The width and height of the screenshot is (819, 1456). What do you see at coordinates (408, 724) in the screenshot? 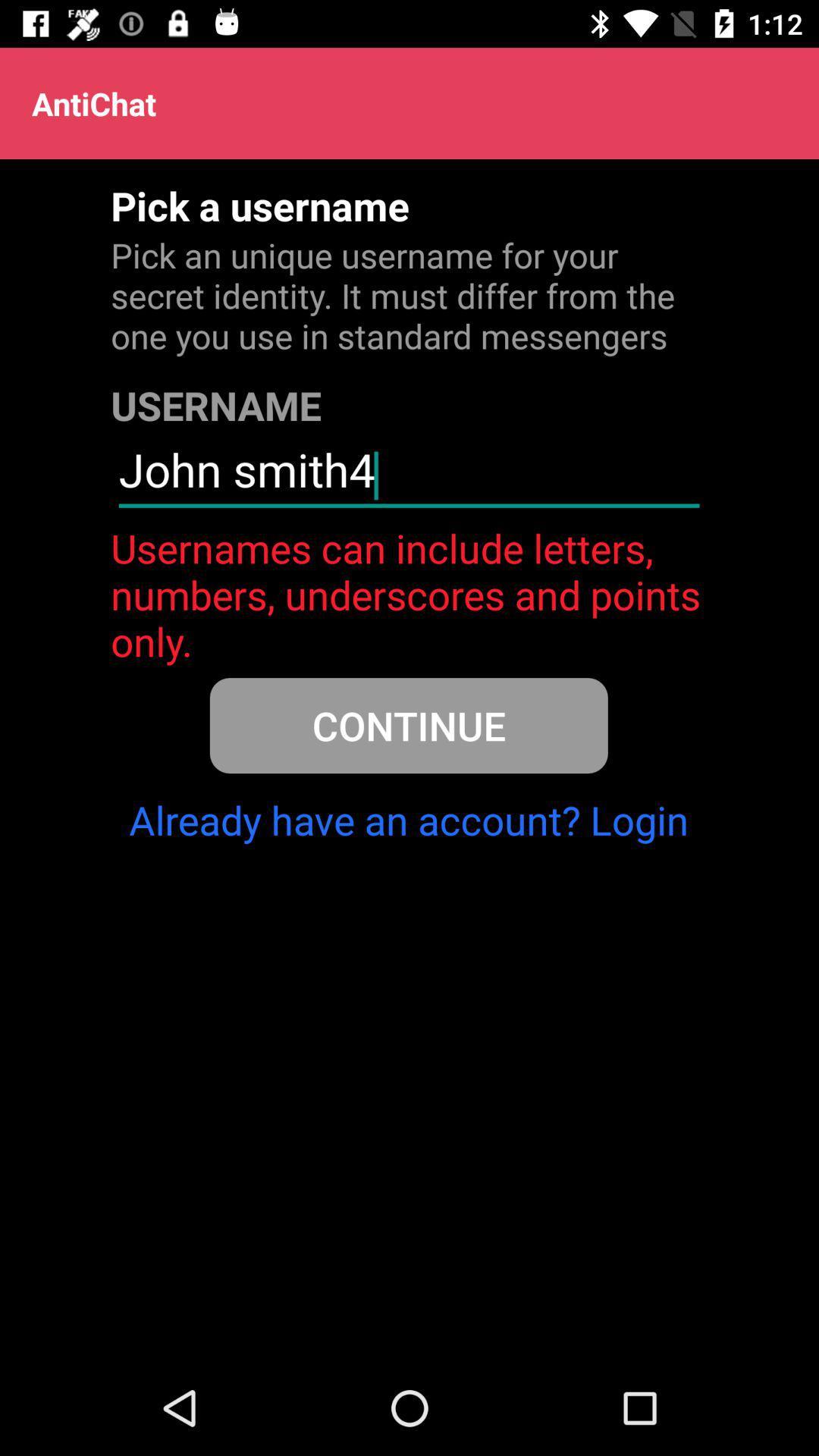
I see `continue icon` at bounding box center [408, 724].